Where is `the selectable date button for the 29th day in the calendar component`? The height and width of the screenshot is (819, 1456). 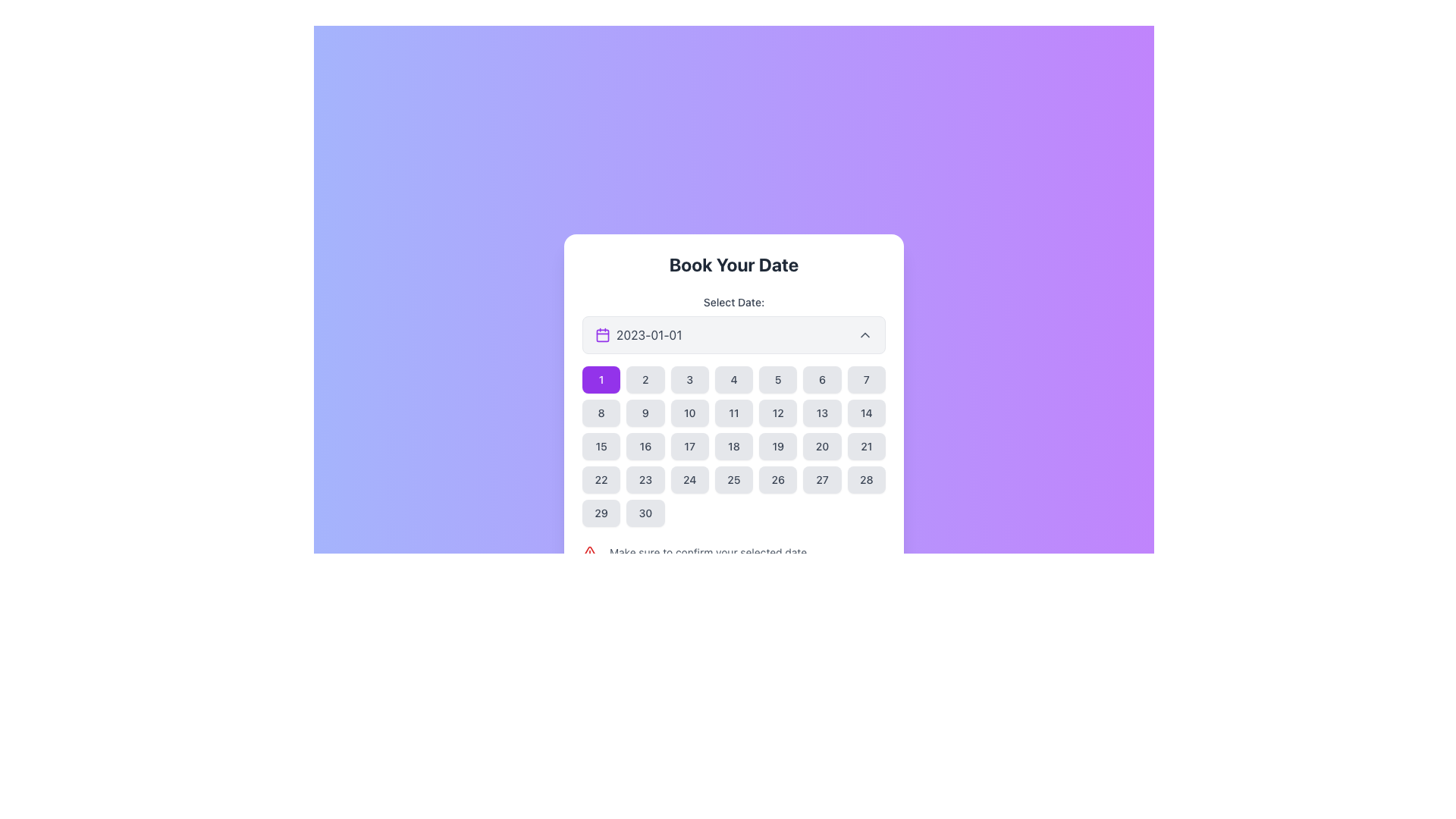 the selectable date button for the 29th day in the calendar component is located at coordinates (601, 513).